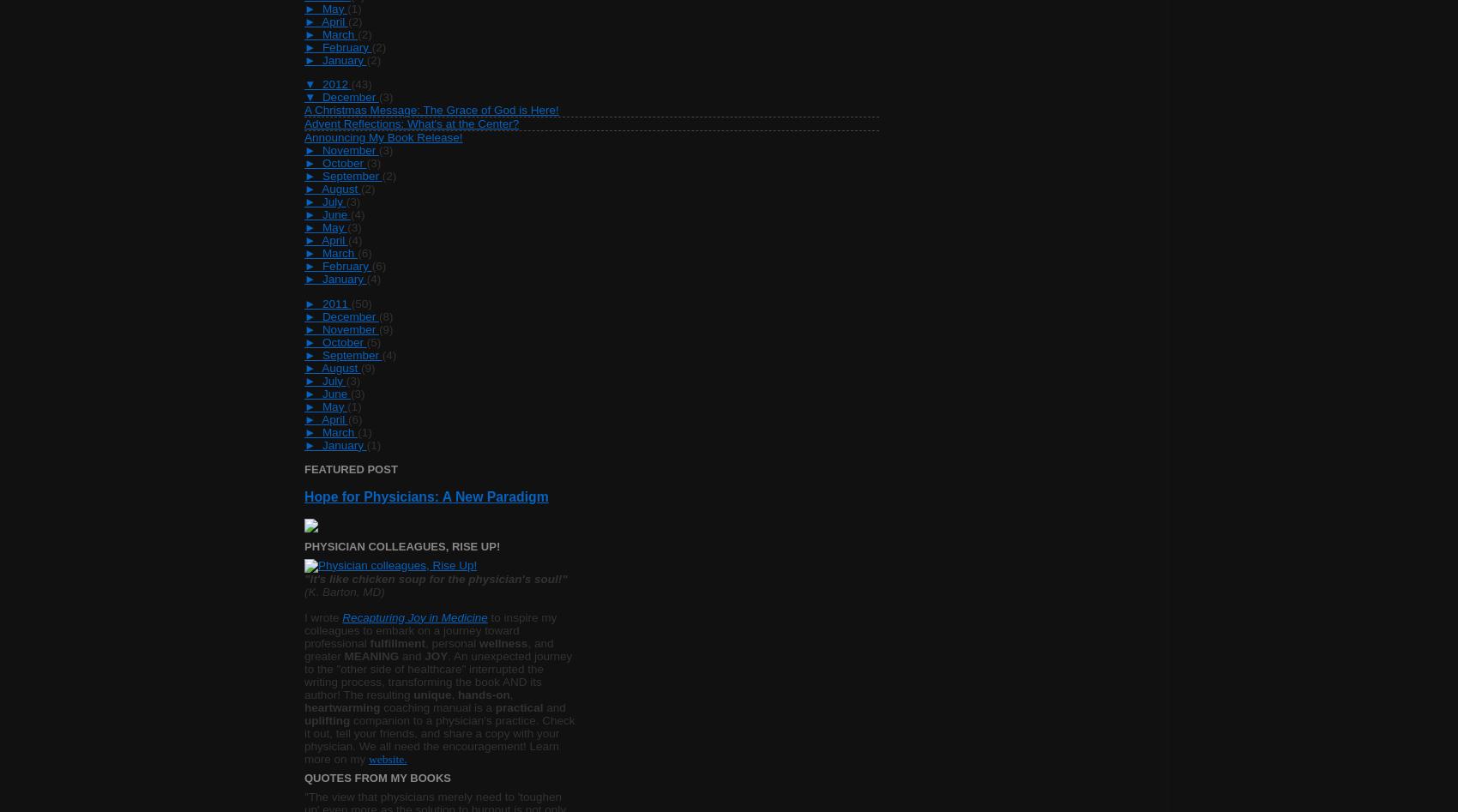  I want to click on '(5)', so click(373, 341).